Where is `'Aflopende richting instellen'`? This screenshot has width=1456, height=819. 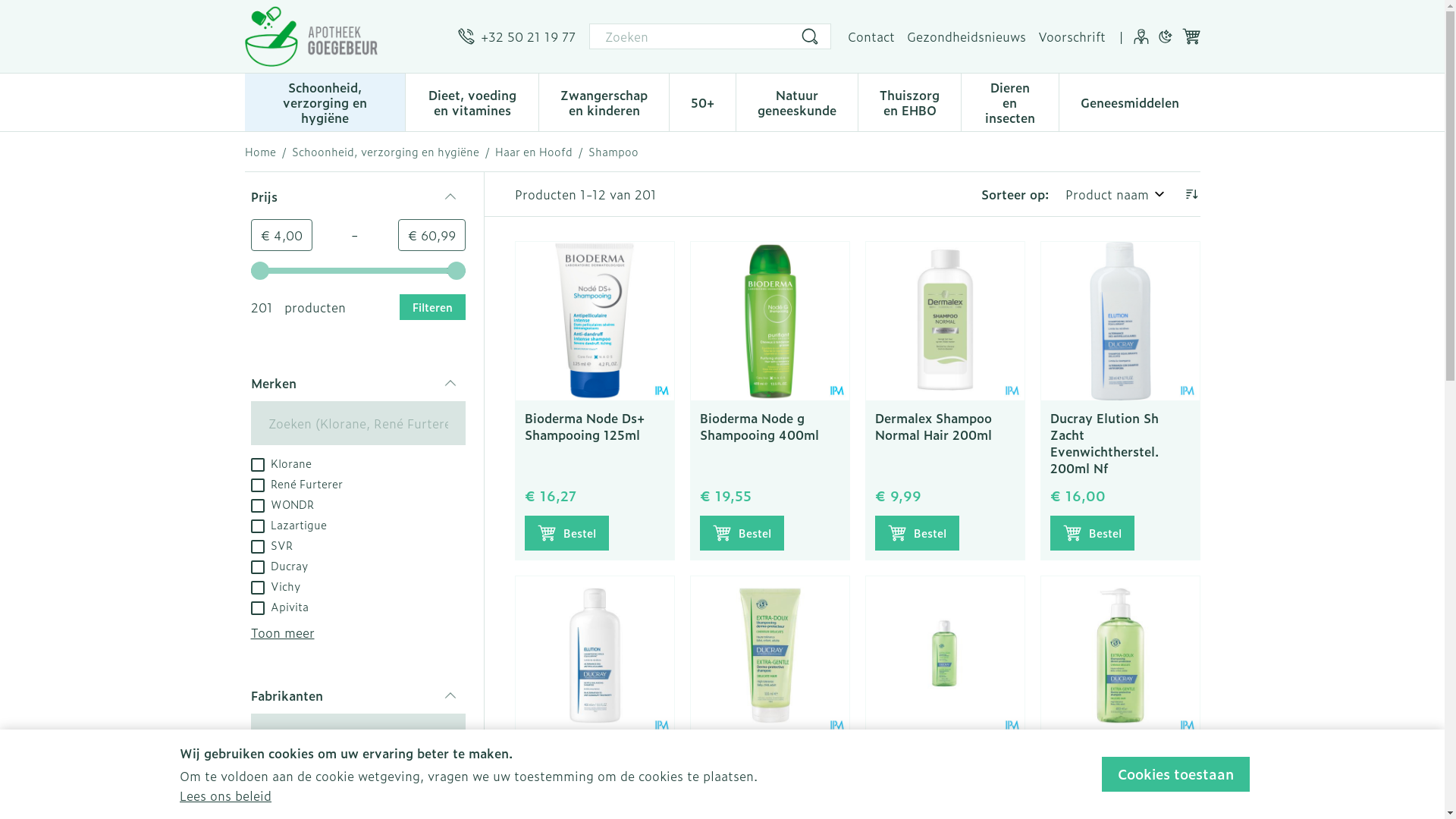 'Aflopende richting instellen' is located at coordinates (1181, 193).